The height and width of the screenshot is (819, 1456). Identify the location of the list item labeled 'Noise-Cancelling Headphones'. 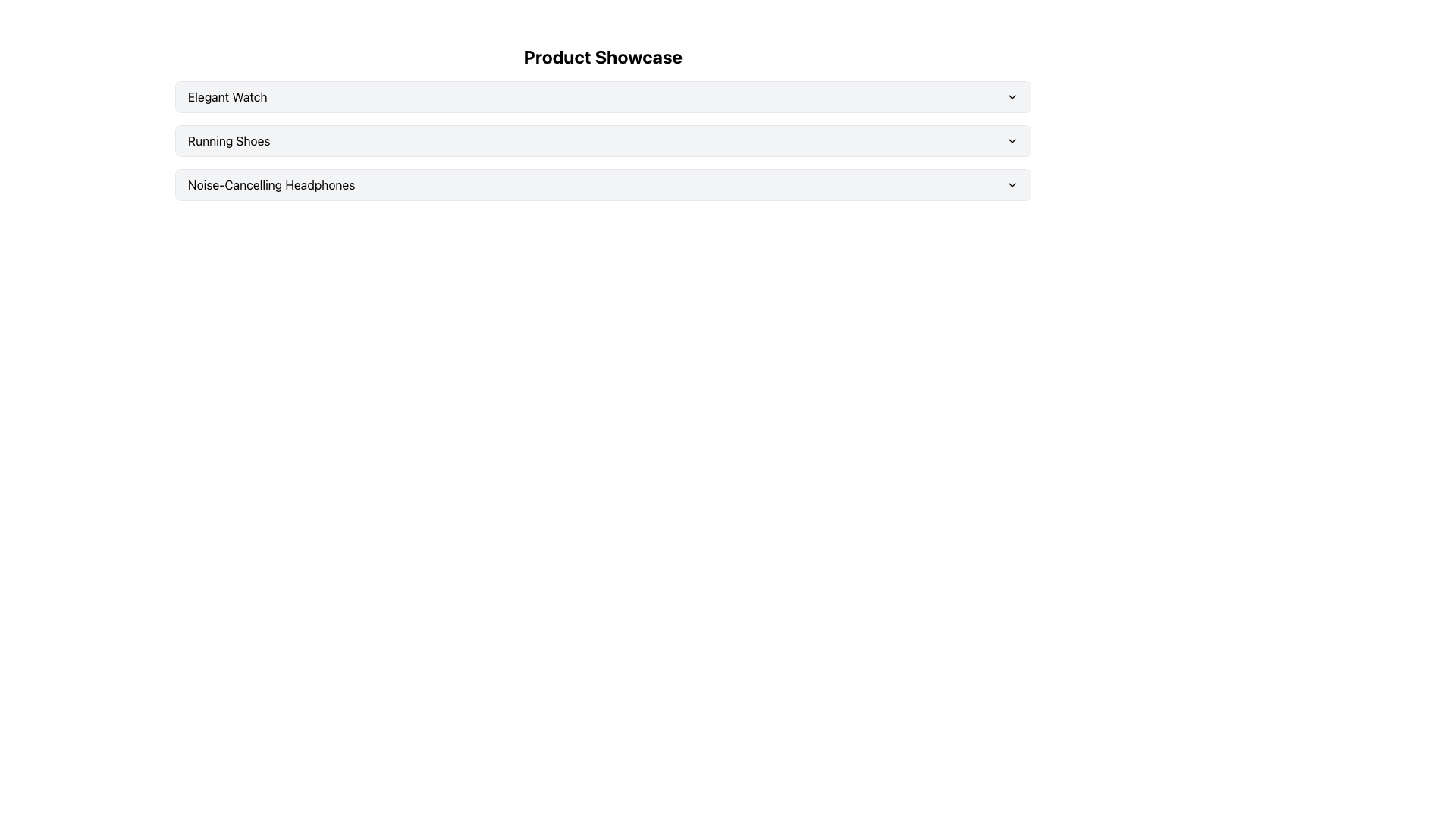
(602, 184).